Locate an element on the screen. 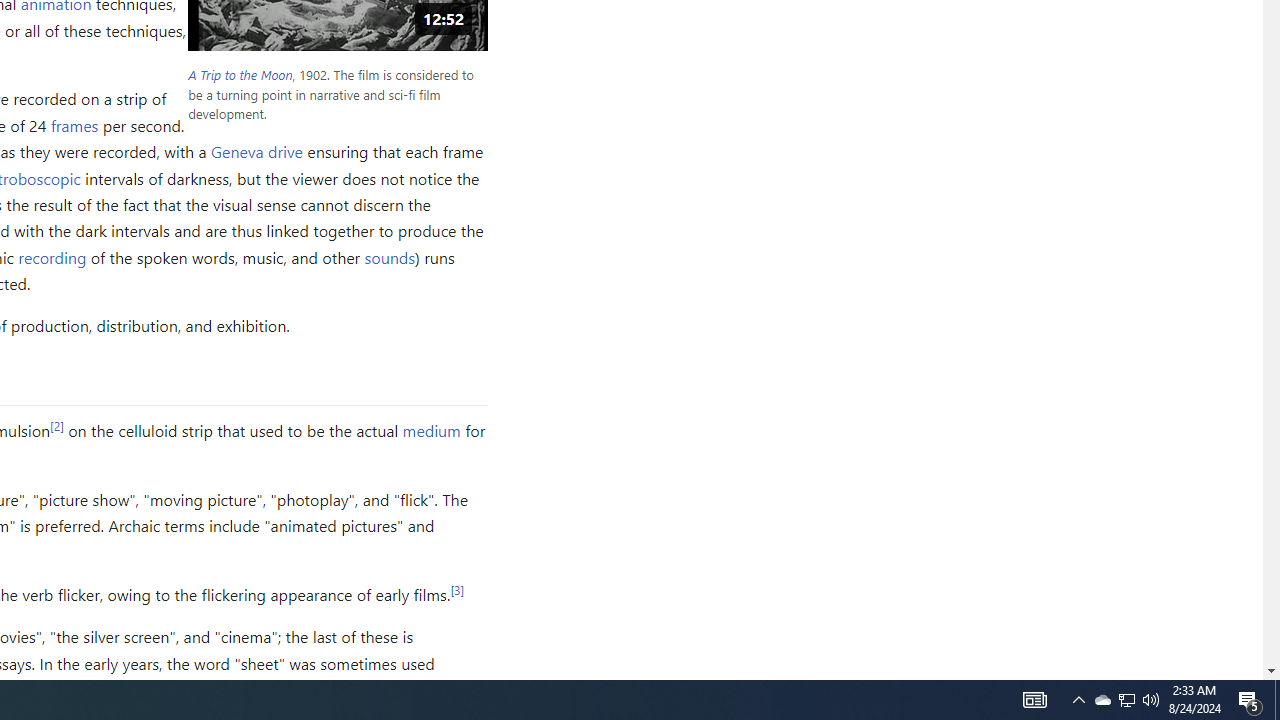 The width and height of the screenshot is (1280, 720). '[2]' is located at coordinates (56, 424).